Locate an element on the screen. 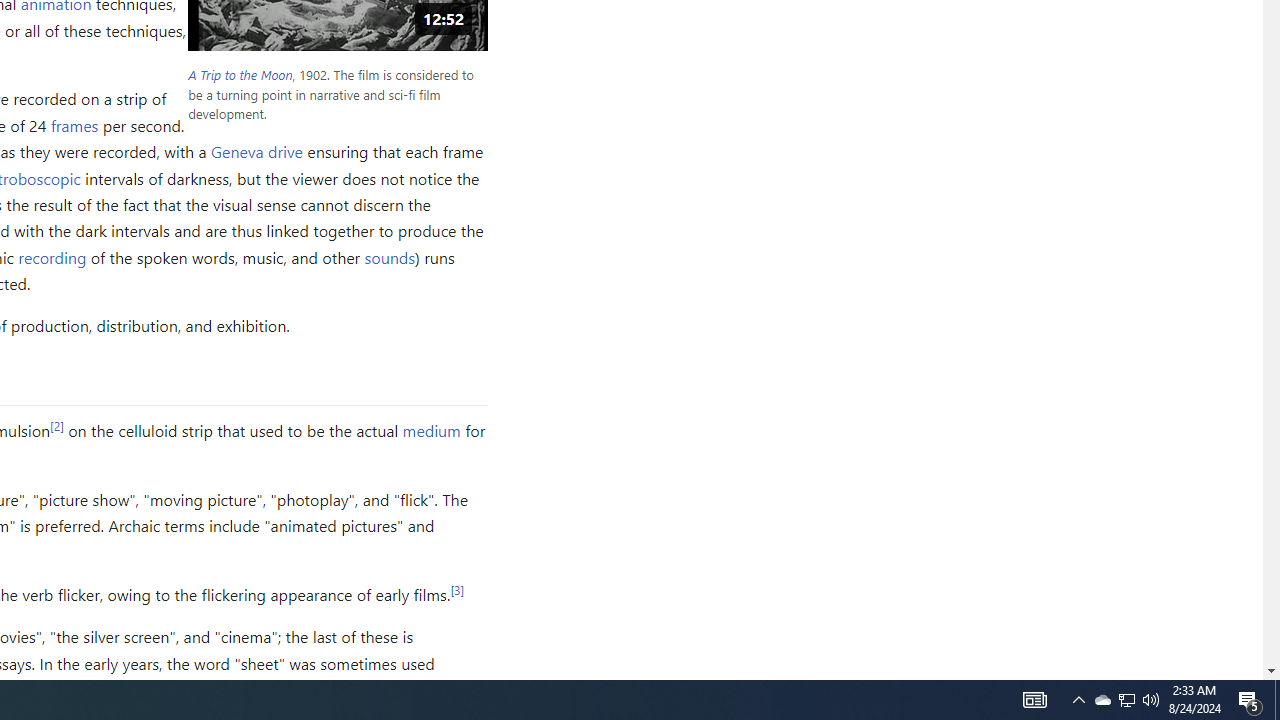 The width and height of the screenshot is (1280, 720). '[2]' is located at coordinates (56, 424).